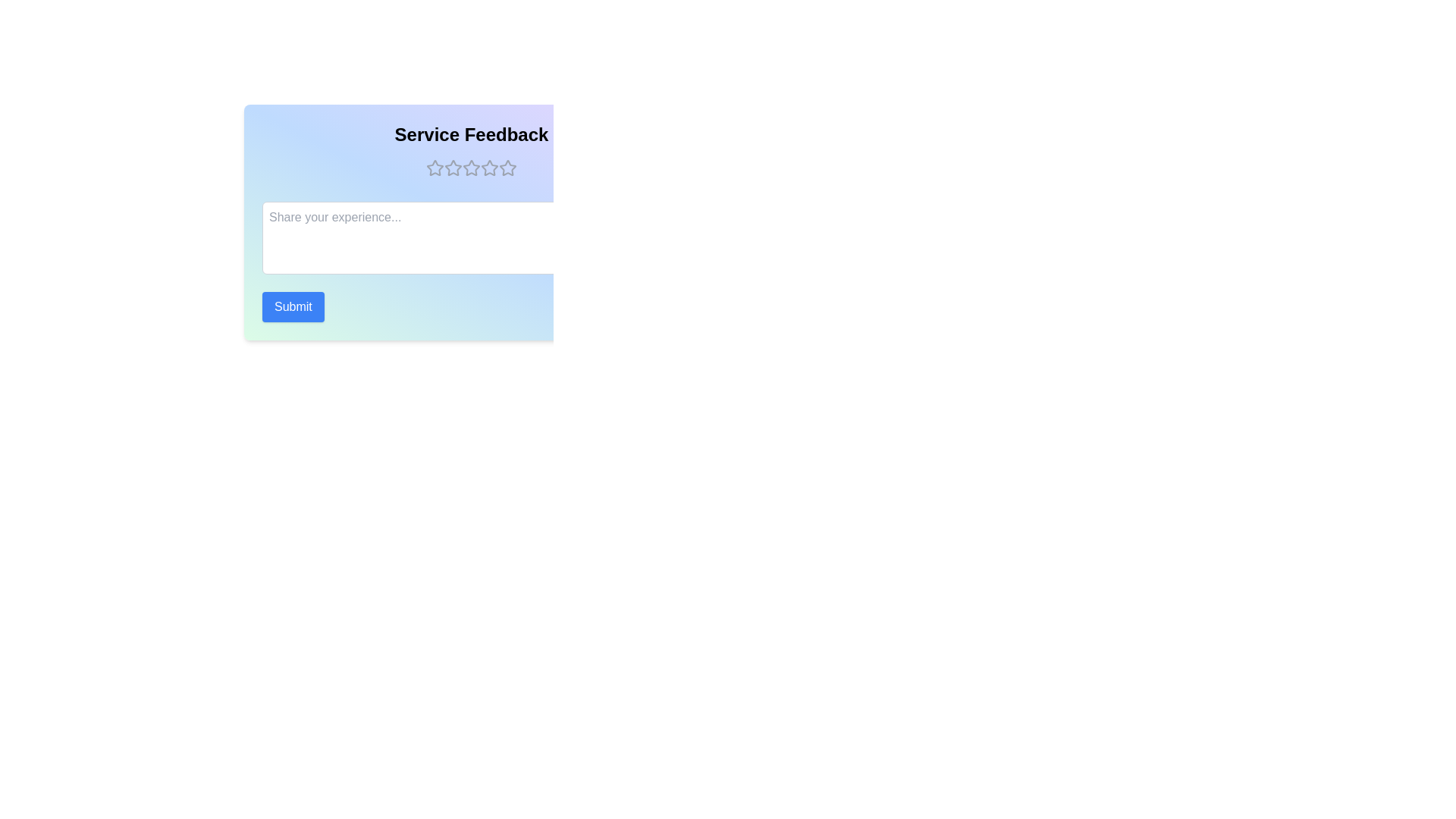 This screenshot has height=819, width=1456. What do you see at coordinates (293, 307) in the screenshot?
I see `the submit button to send feedback` at bounding box center [293, 307].